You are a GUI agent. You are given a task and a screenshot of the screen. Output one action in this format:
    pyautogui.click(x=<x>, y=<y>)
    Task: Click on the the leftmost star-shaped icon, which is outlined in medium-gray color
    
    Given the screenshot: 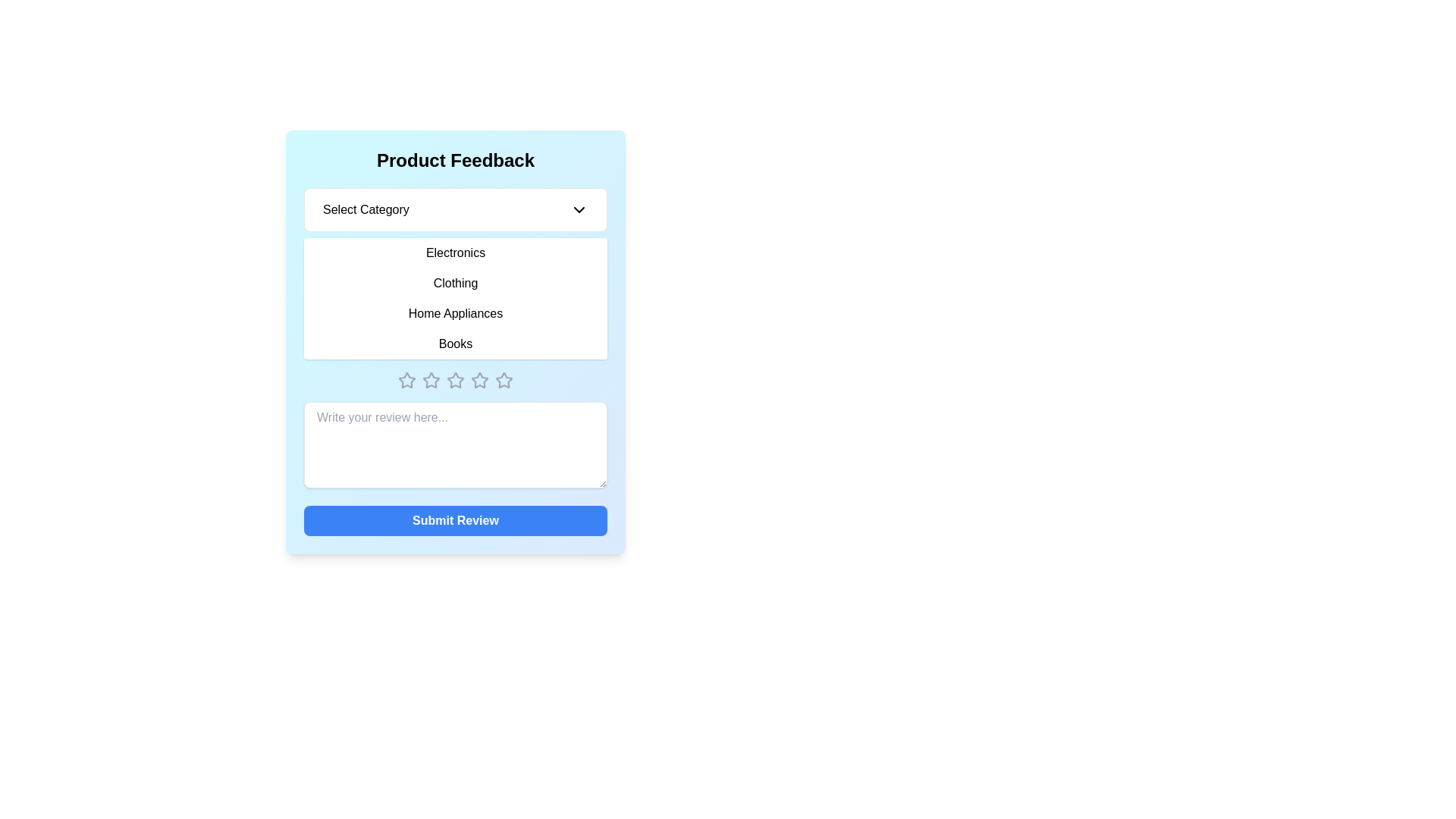 What is the action you would take?
    pyautogui.click(x=407, y=379)
    